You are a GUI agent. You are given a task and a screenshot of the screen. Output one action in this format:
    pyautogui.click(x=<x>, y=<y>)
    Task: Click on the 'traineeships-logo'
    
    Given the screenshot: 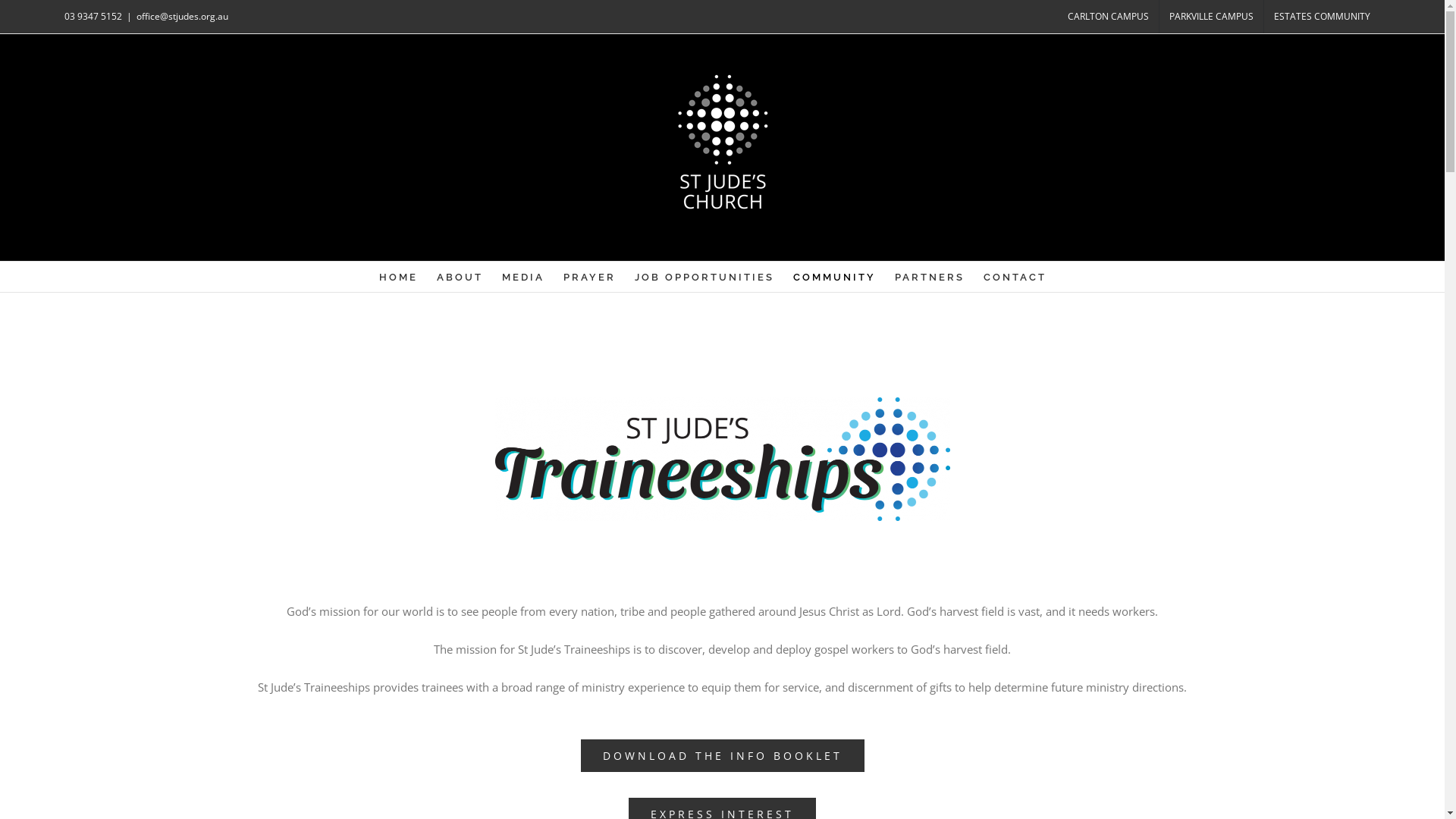 What is the action you would take?
    pyautogui.click(x=720, y=458)
    